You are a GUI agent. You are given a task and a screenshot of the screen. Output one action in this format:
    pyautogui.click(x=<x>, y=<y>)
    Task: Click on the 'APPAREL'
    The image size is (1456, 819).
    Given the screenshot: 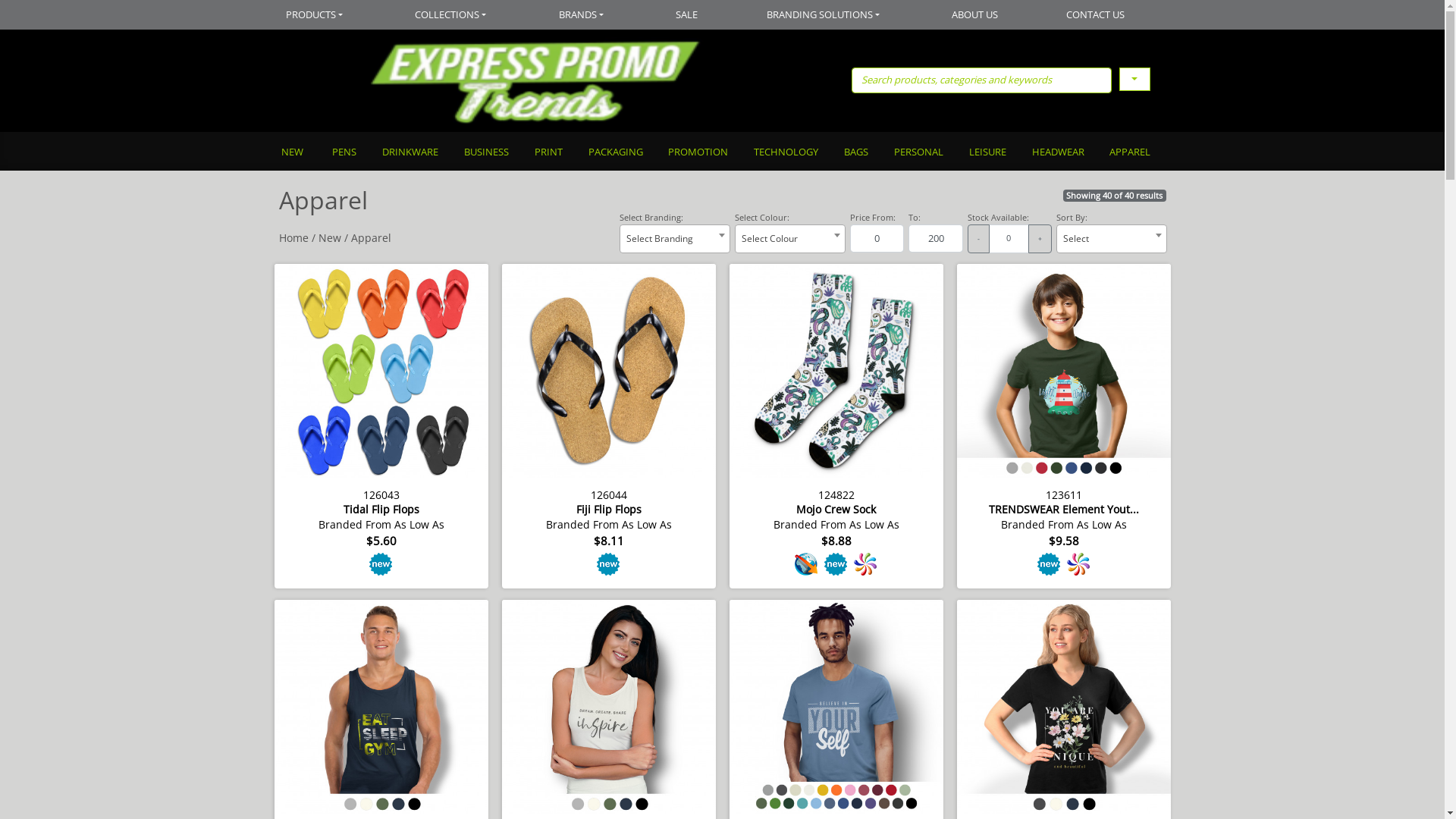 What is the action you would take?
    pyautogui.click(x=1129, y=152)
    